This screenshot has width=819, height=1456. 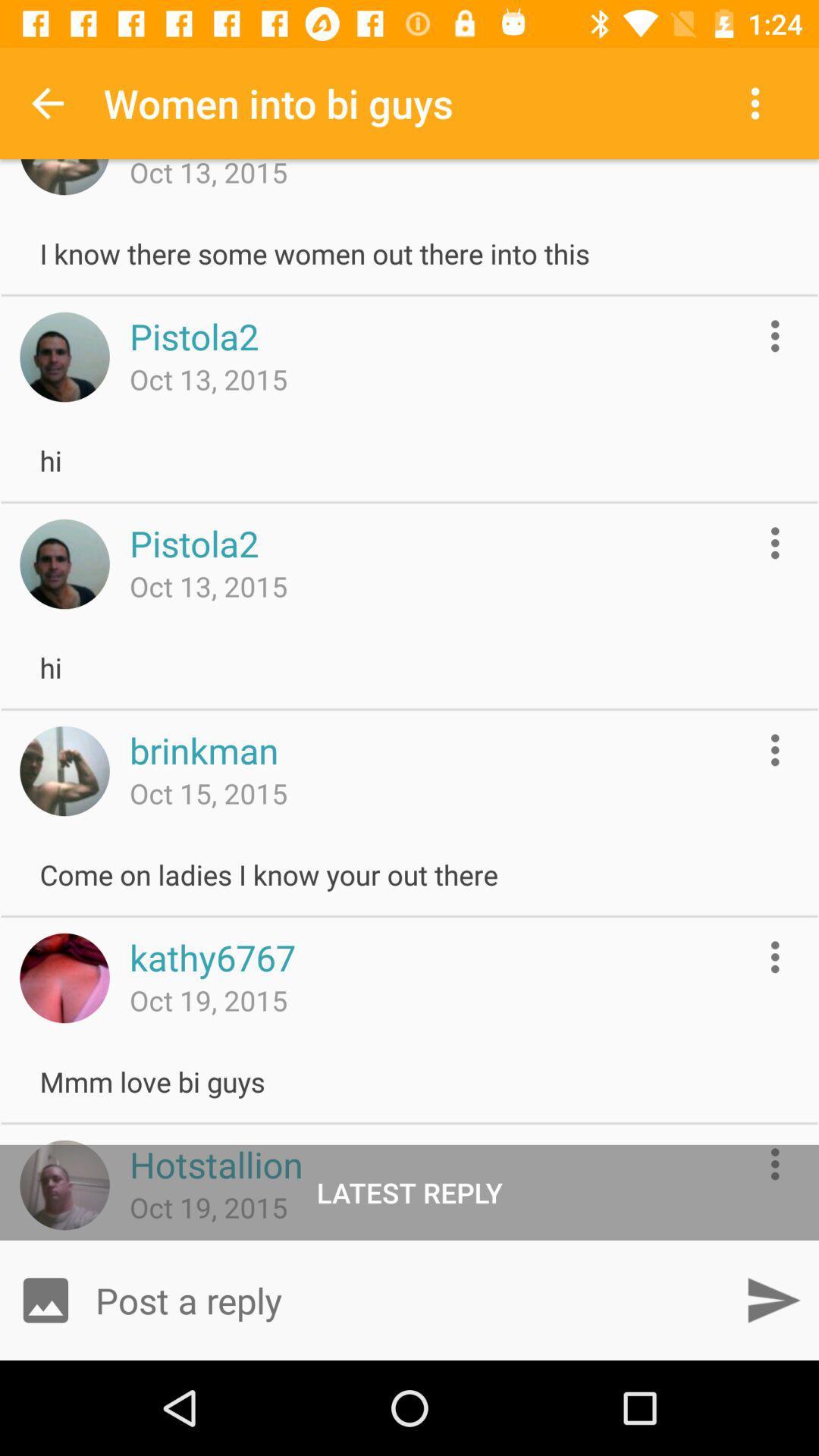 What do you see at coordinates (212, 956) in the screenshot?
I see `icon above oct 19, 2015 item` at bounding box center [212, 956].